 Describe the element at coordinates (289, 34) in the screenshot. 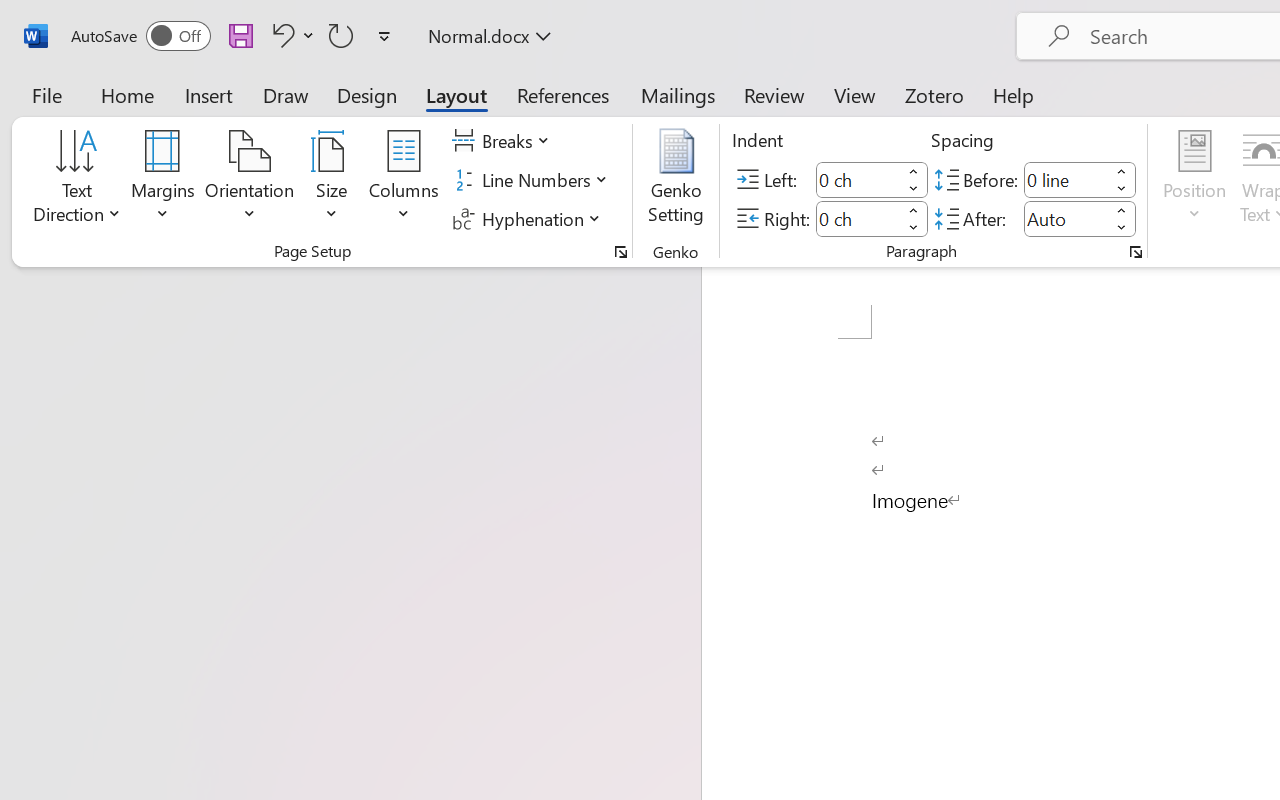

I see `'Undo Paragraph Formatting'` at that location.